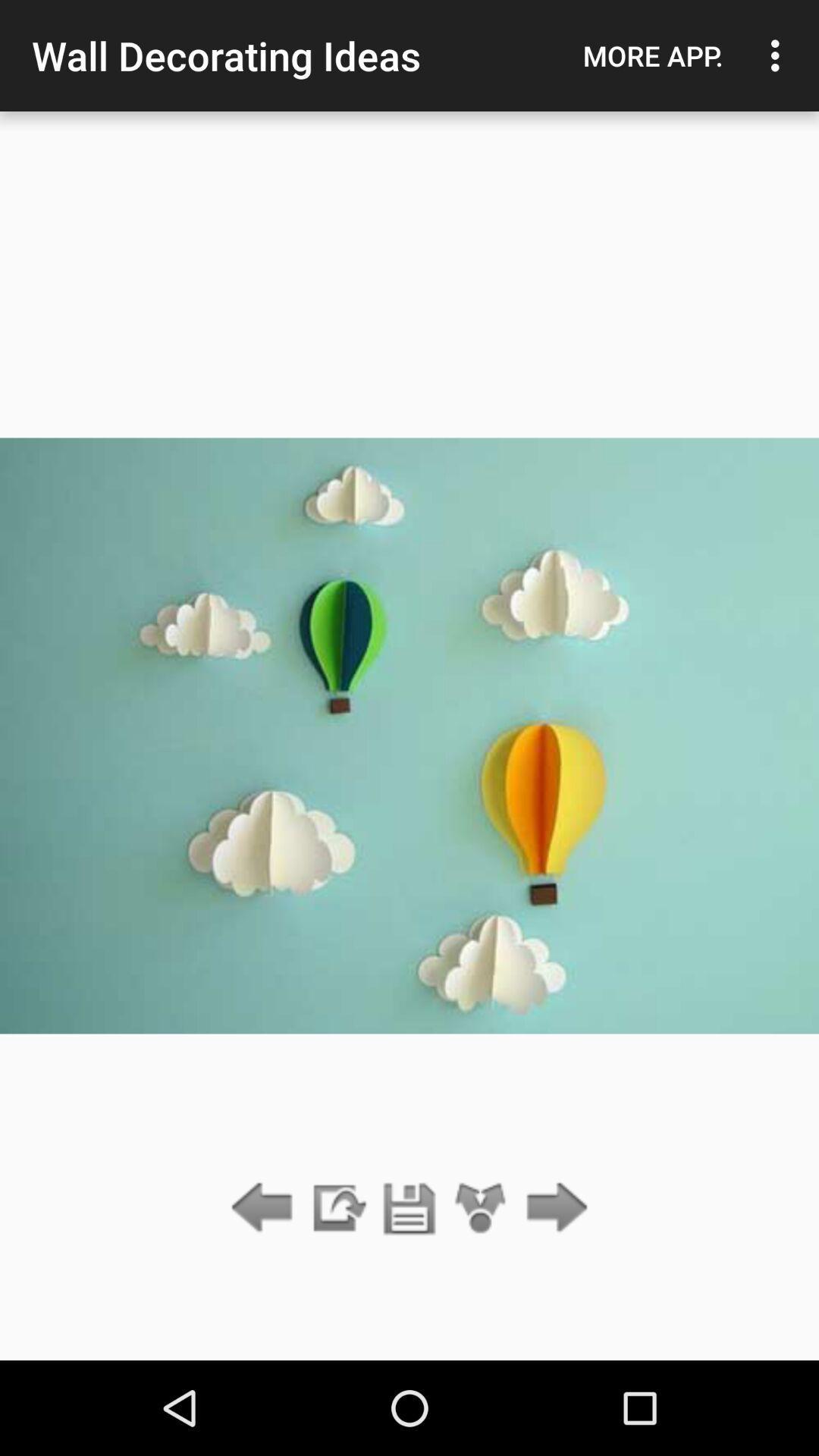 Image resolution: width=819 pixels, height=1456 pixels. I want to click on the arrow_forward icon, so click(553, 1208).